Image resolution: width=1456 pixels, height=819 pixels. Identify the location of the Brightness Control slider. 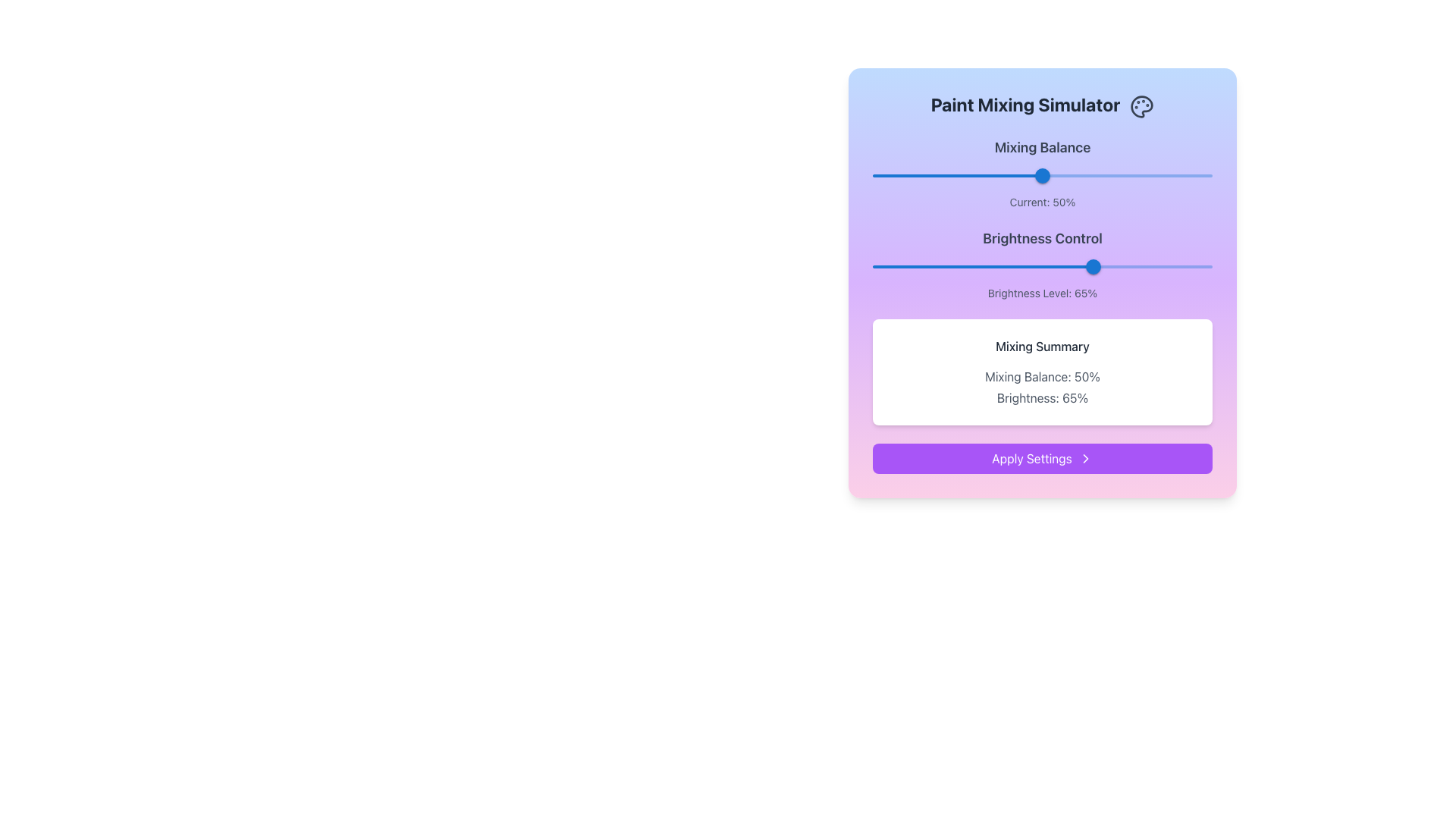
(1012, 265).